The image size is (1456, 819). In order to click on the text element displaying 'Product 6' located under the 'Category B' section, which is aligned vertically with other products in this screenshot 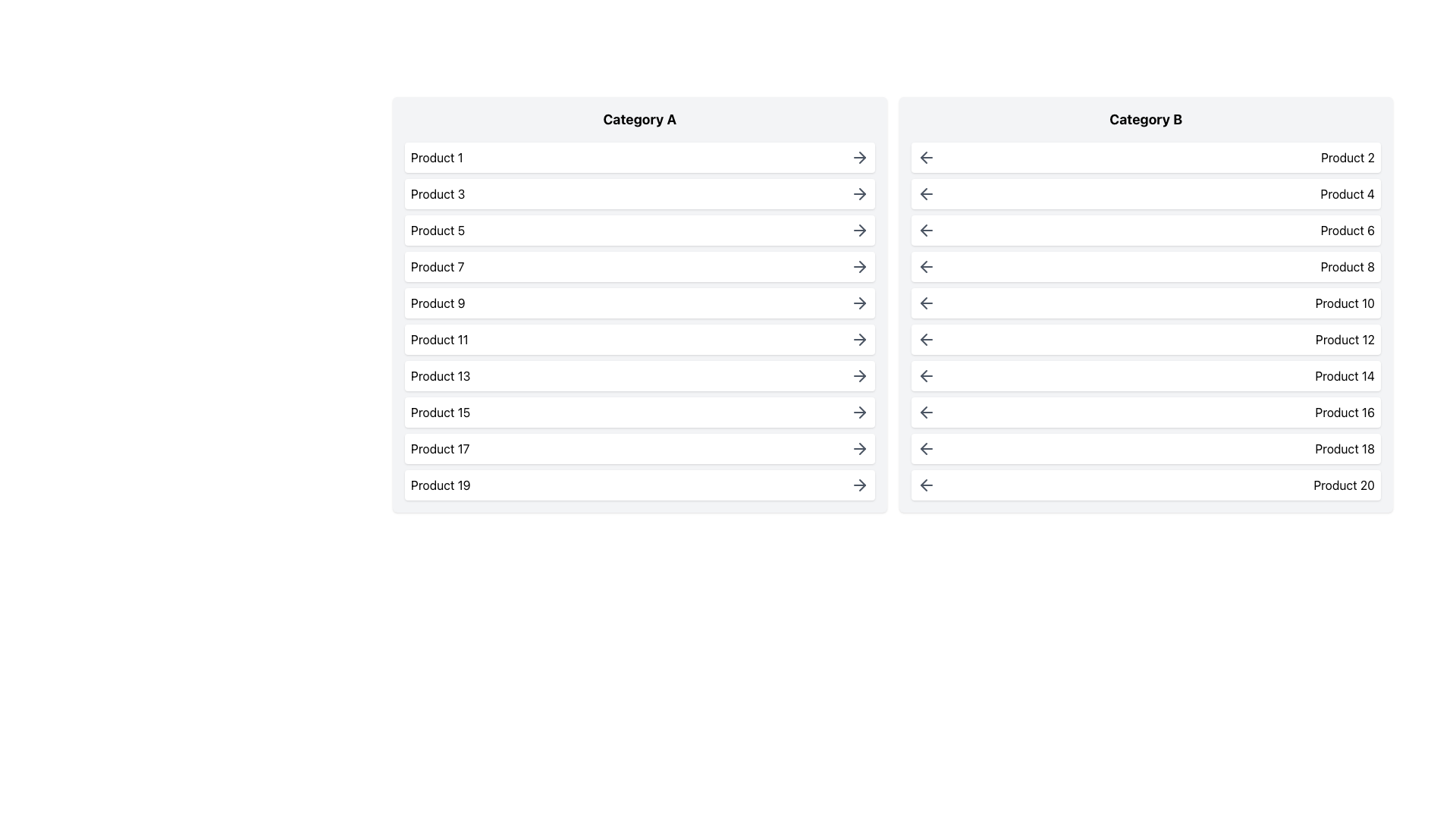, I will do `click(1348, 231)`.